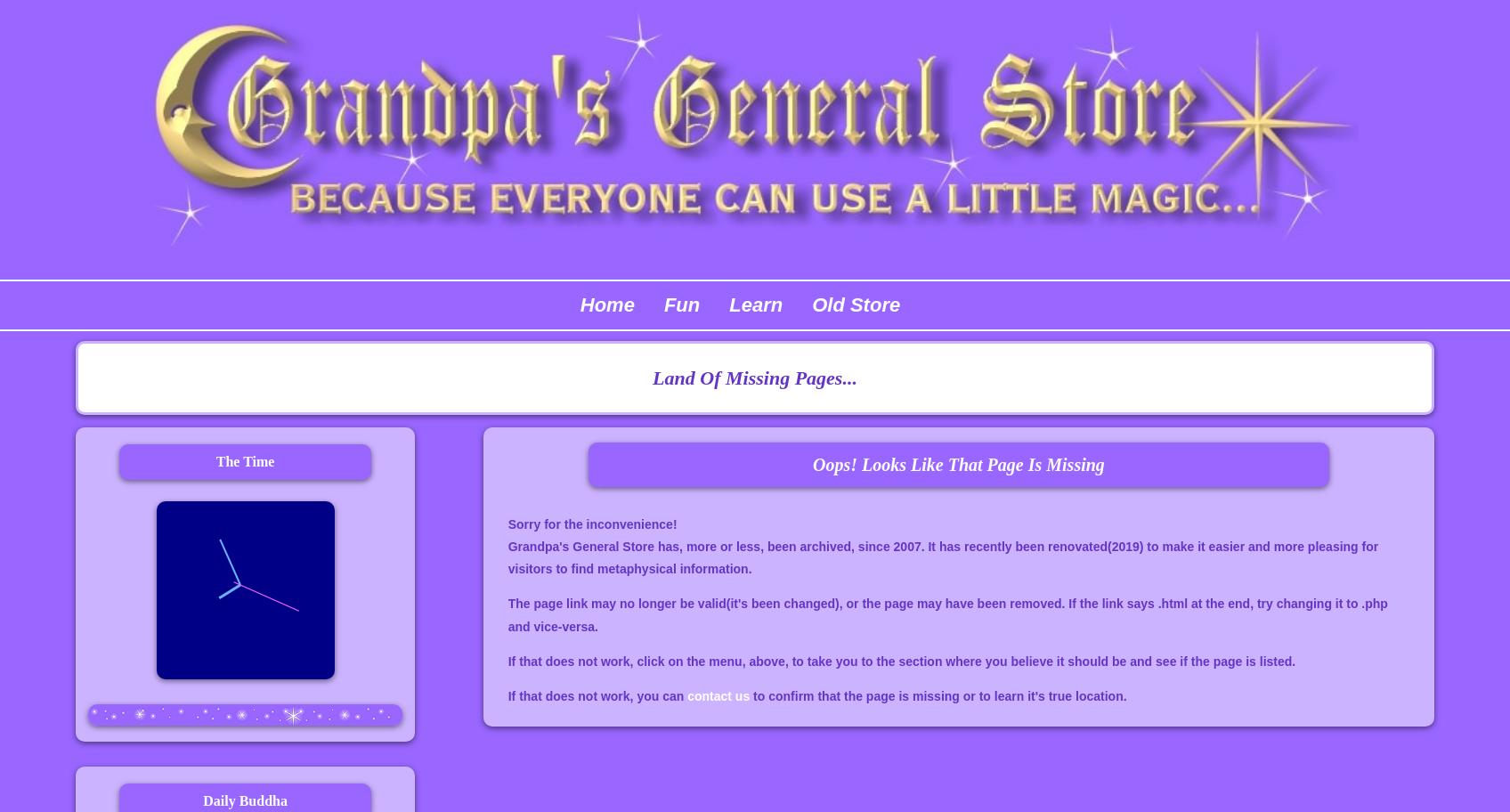 The height and width of the screenshot is (812, 1510). Describe the element at coordinates (243, 800) in the screenshot. I see `'Daily Buddha'` at that location.